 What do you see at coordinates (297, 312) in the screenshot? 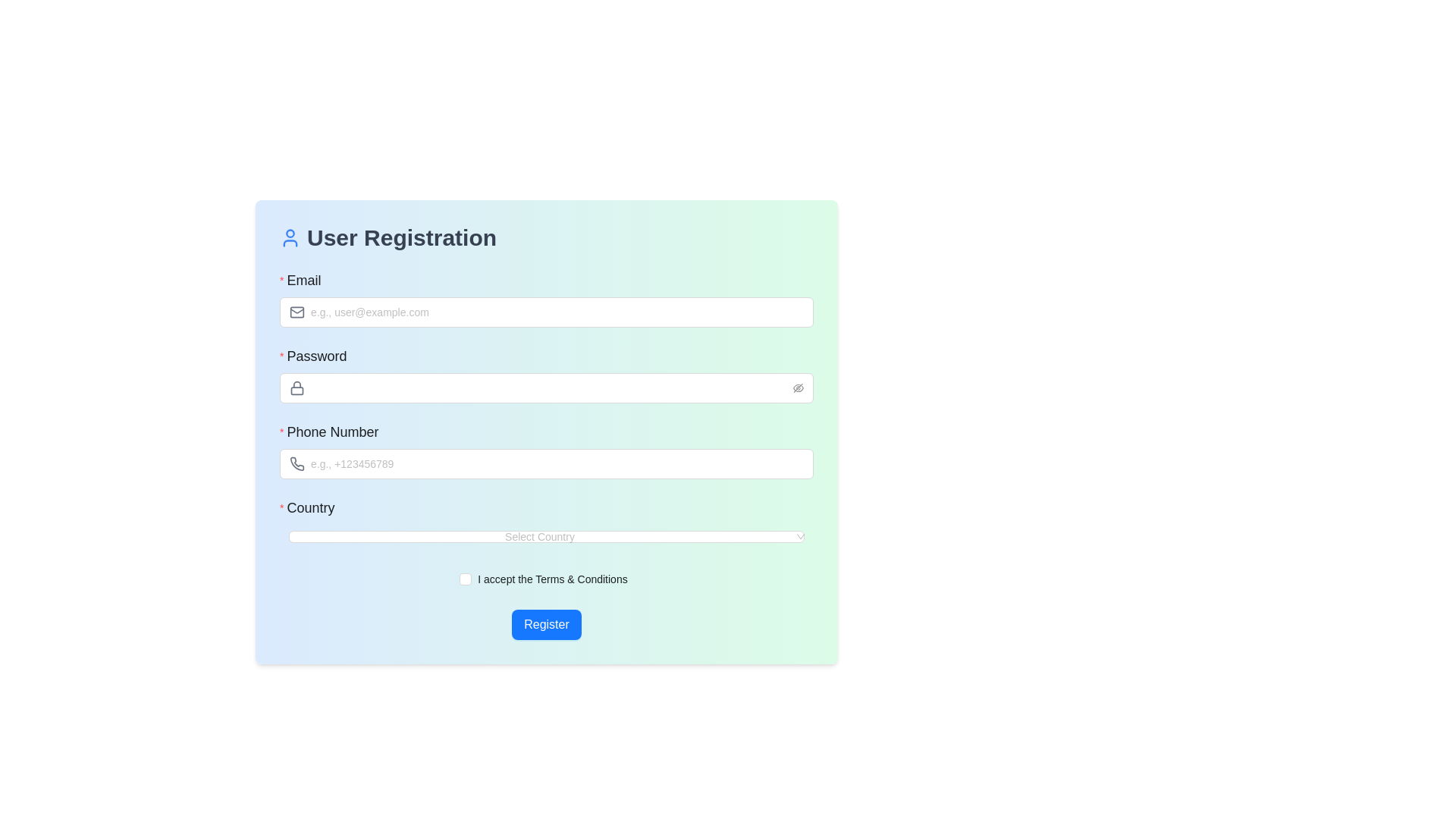
I see `the mail icon, which is a gray envelope styled with thin lines, located inside the 'Email' input field to the left of the placeholder text 'e.g., user@example.com'` at bounding box center [297, 312].